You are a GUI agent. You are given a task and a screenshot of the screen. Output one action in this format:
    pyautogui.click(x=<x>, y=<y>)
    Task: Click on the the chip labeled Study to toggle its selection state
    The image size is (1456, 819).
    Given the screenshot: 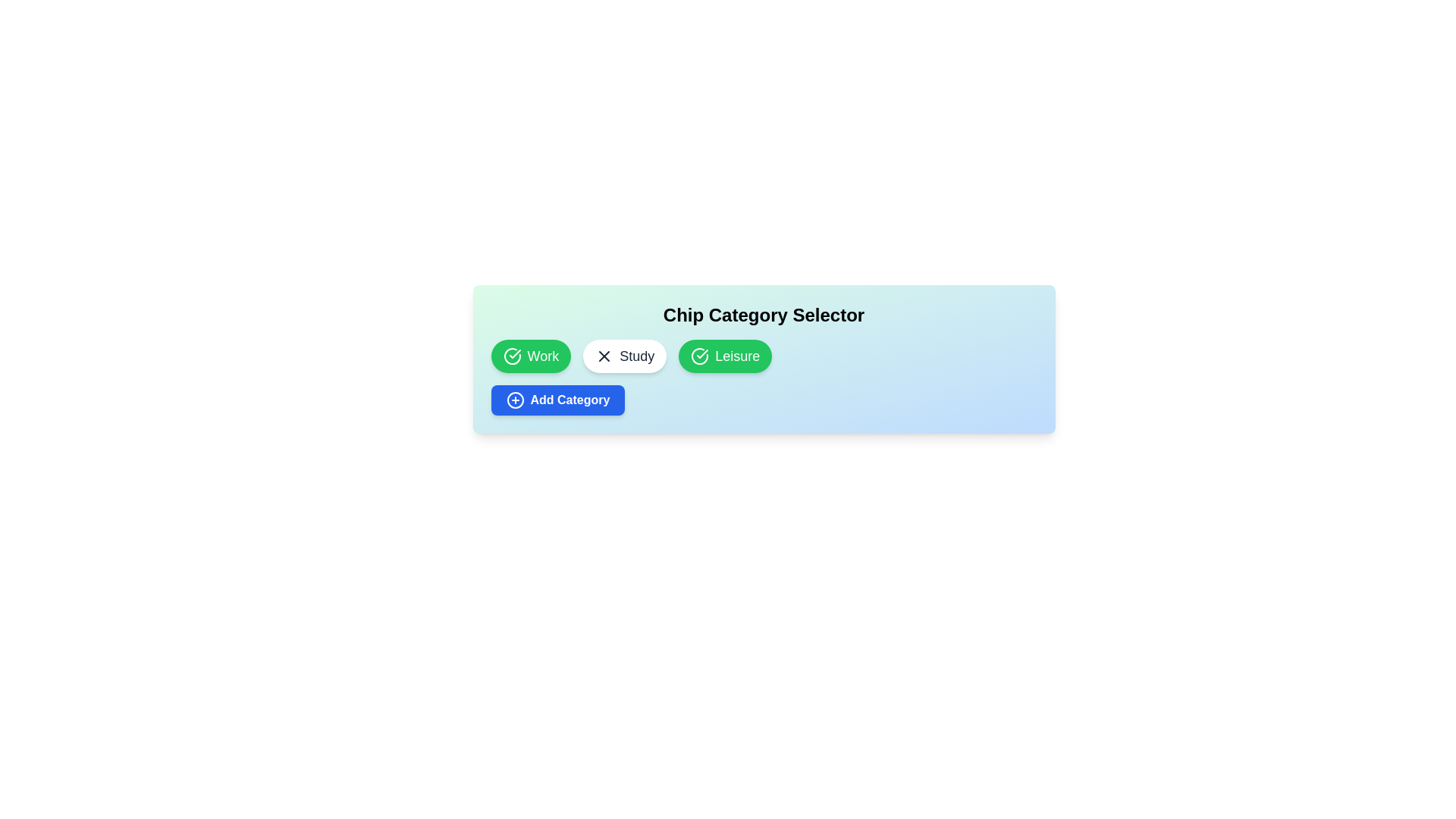 What is the action you would take?
    pyautogui.click(x=625, y=356)
    